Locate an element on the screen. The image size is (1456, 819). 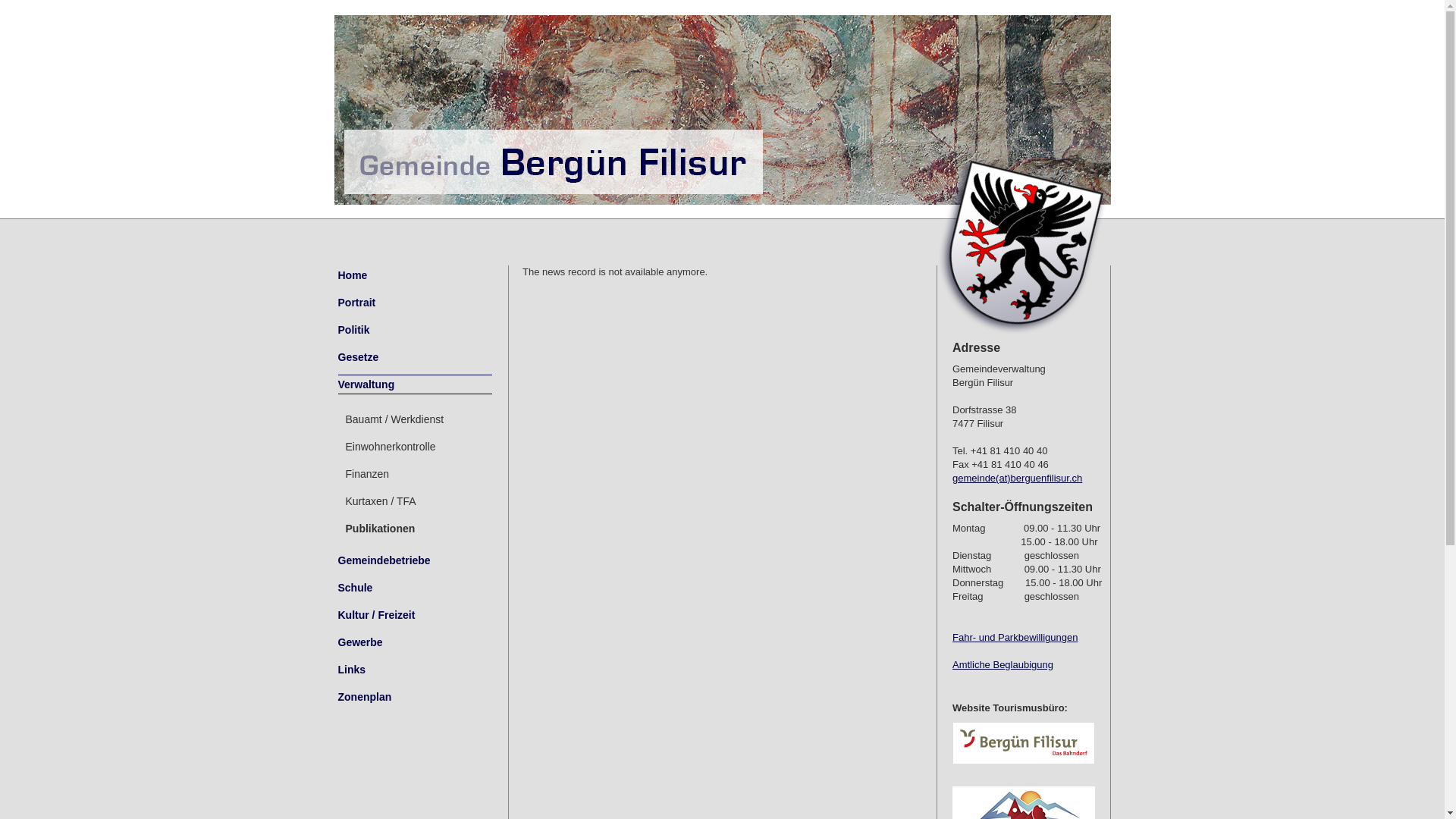
'Publikationen' is located at coordinates (415, 528).